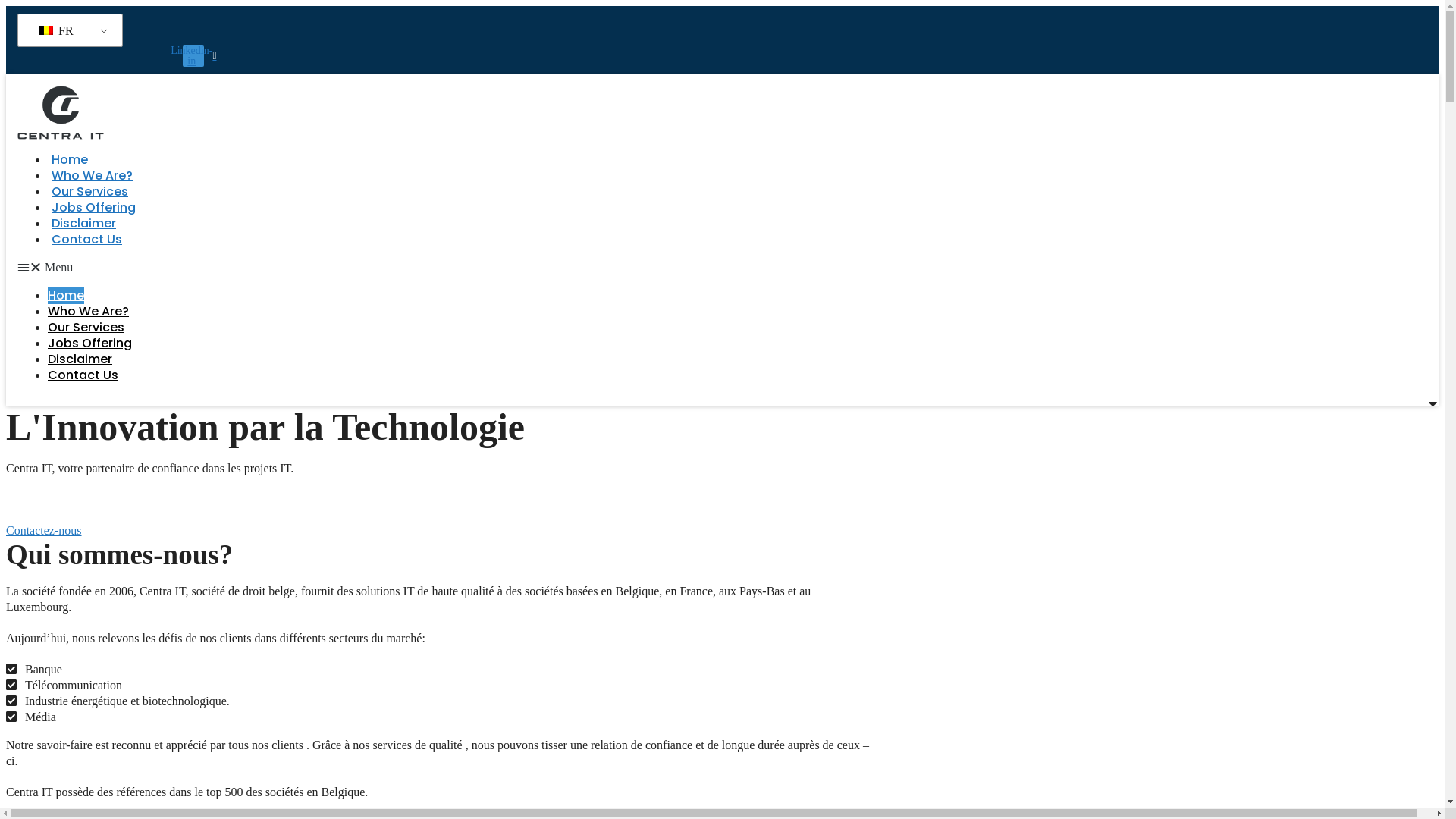  What do you see at coordinates (83, 223) in the screenshot?
I see `'Disclaimer'` at bounding box center [83, 223].